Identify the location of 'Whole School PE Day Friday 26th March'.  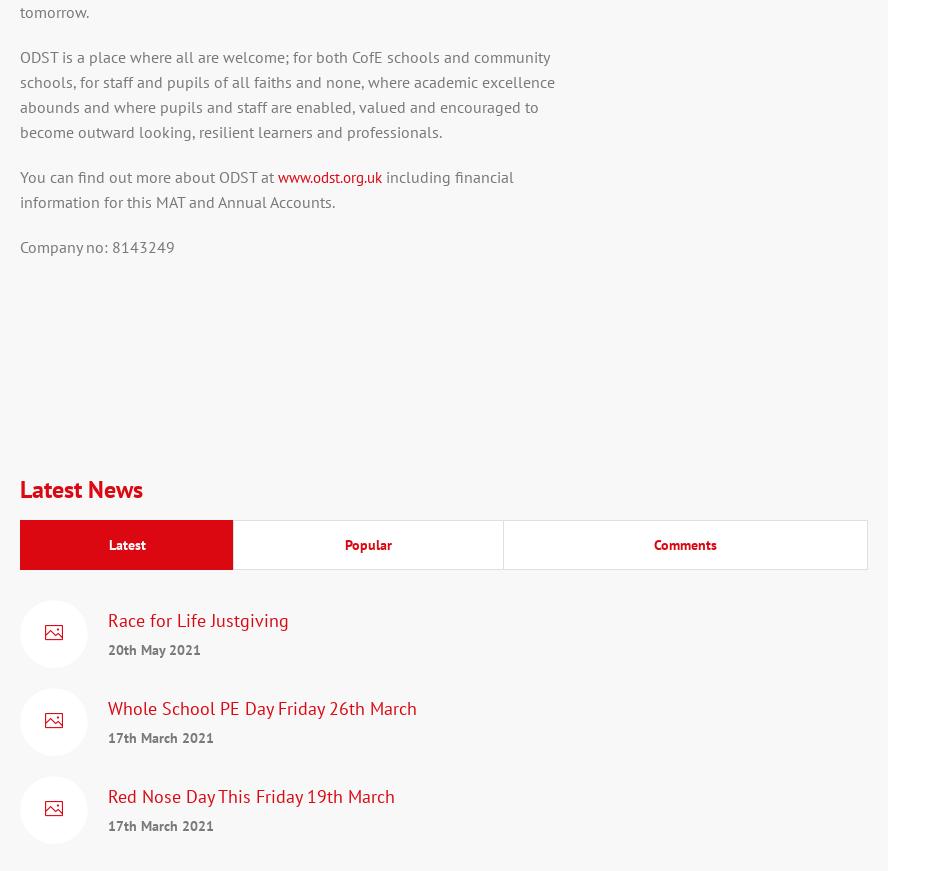
(261, 707).